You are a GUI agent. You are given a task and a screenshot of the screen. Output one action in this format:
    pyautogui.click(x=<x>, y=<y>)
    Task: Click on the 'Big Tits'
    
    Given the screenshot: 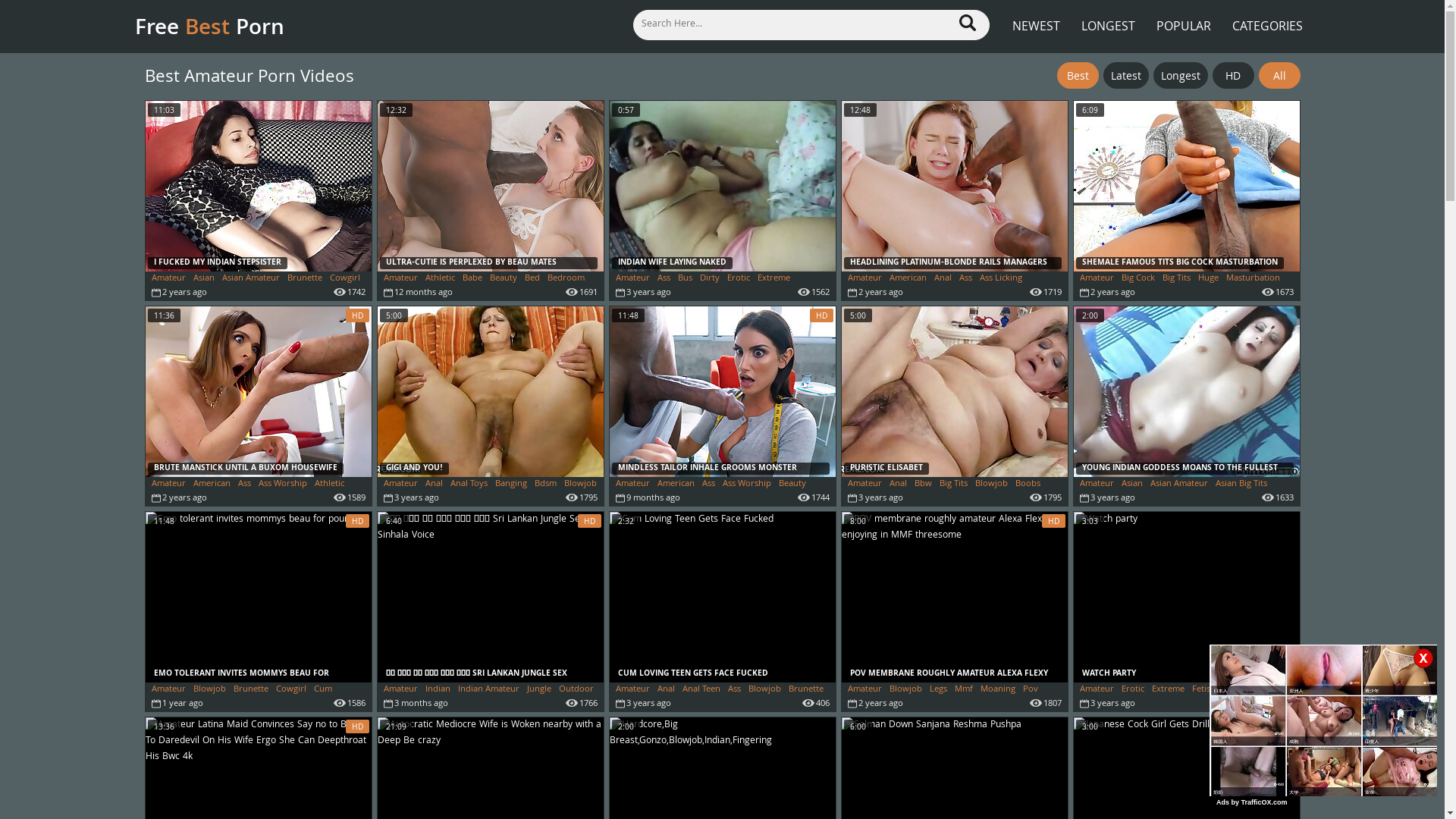 What is the action you would take?
    pyautogui.click(x=938, y=484)
    